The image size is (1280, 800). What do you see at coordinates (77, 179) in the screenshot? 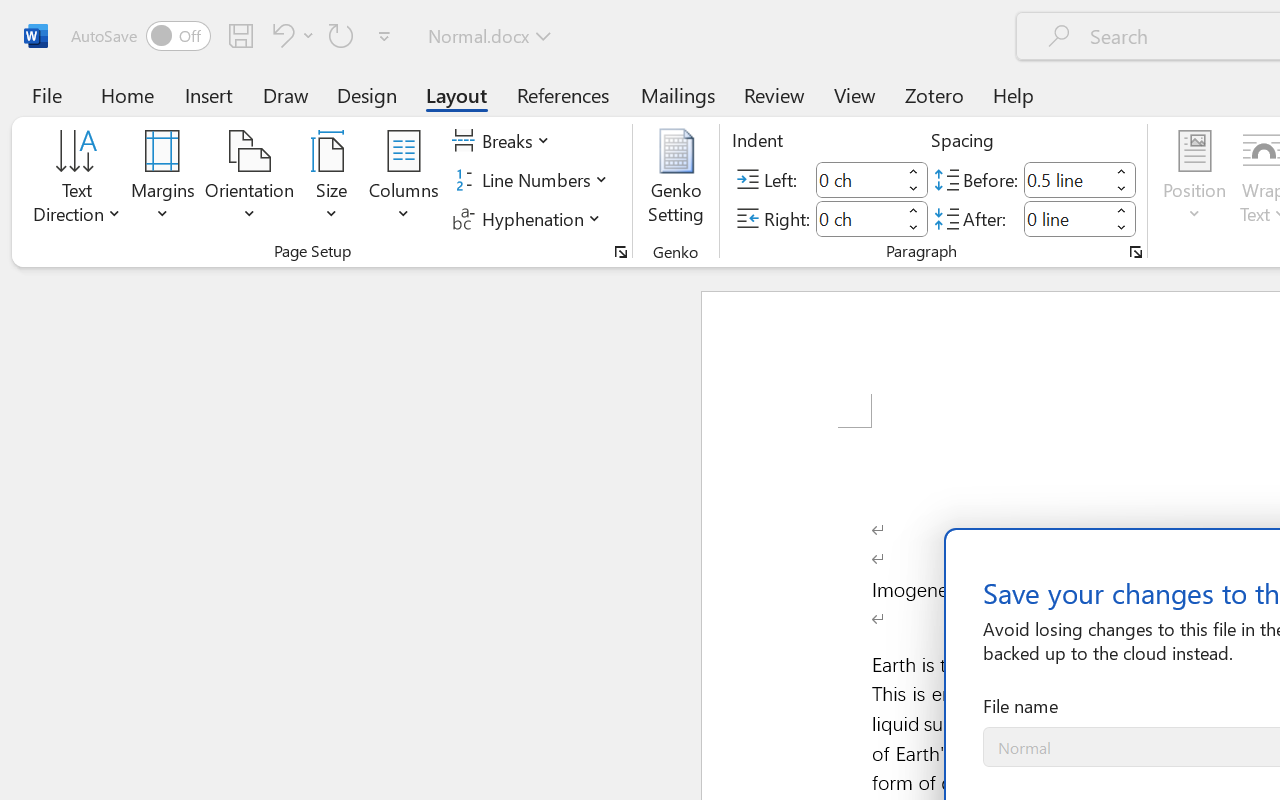
I see `'Text Direction'` at bounding box center [77, 179].